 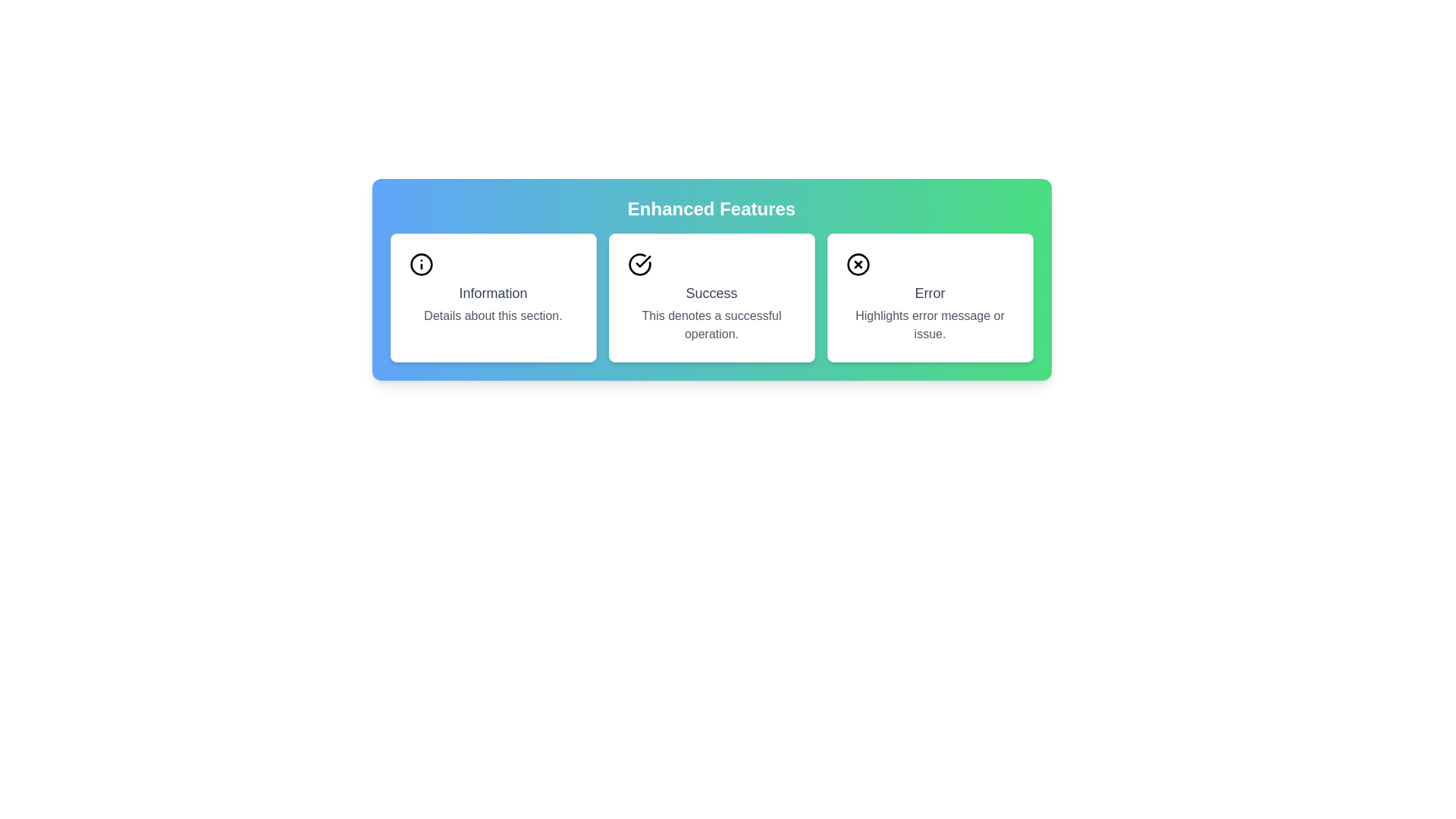 What do you see at coordinates (929, 324) in the screenshot?
I see `the descriptive text element located in the third card below the title header 'Error', which provides context about the error functionality` at bounding box center [929, 324].